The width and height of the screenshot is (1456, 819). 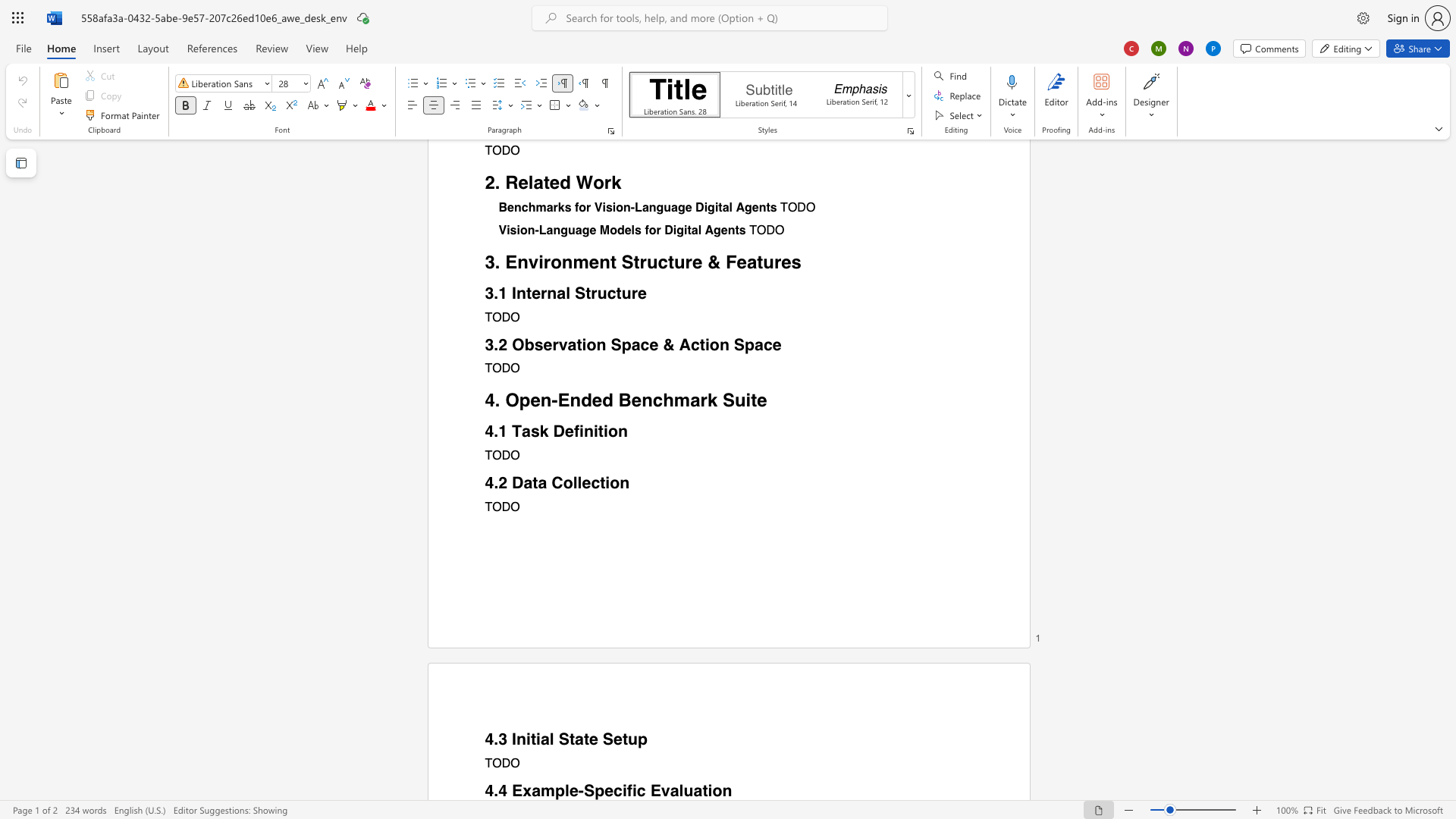 What do you see at coordinates (554, 790) in the screenshot?
I see `the subset text "ple-Specif" within the text "4.4 Example-Specific Evaluation"` at bounding box center [554, 790].